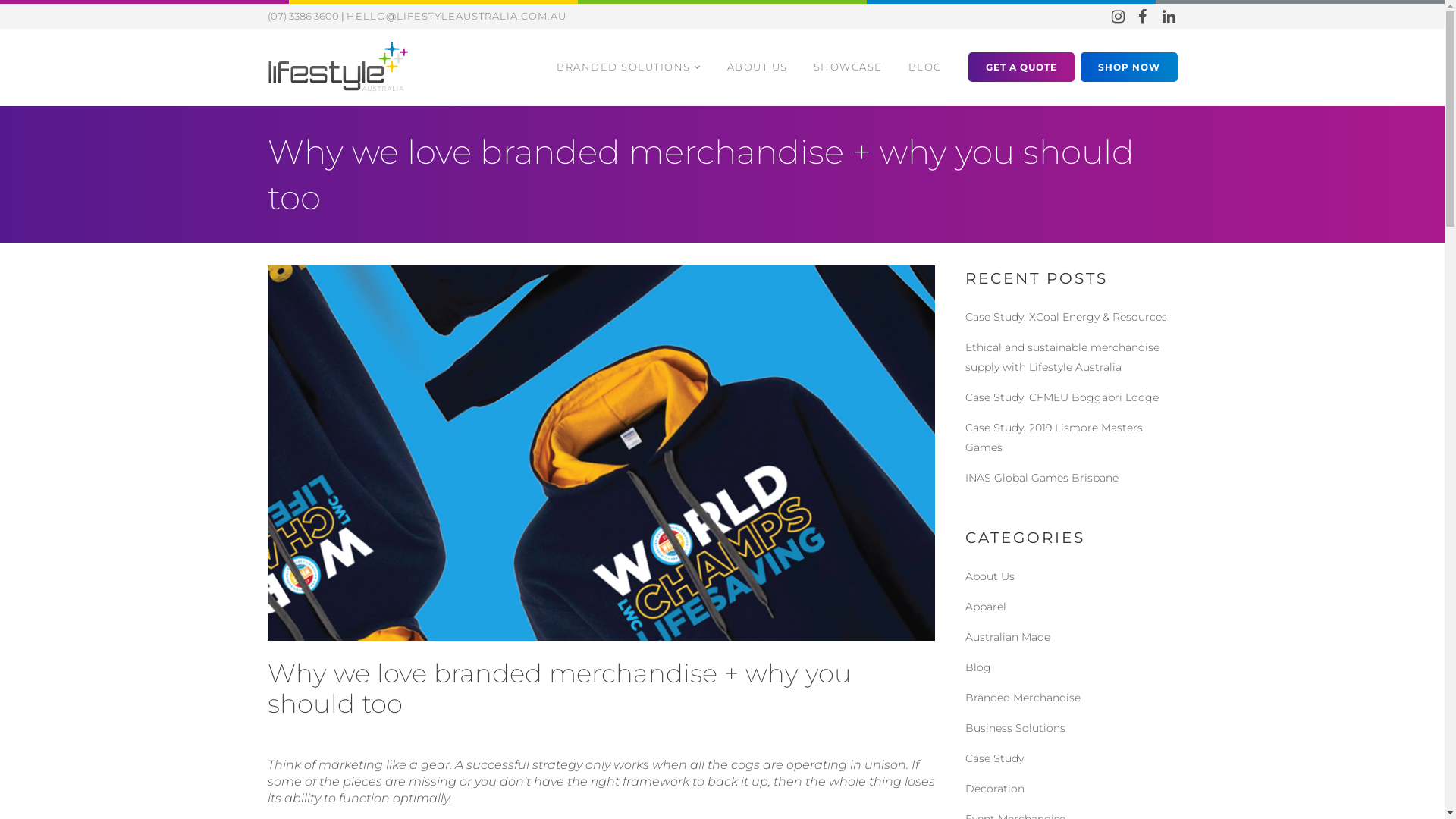 The height and width of the screenshot is (819, 1456). Describe the element at coordinates (1020, 65) in the screenshot. I see `'GET A QUOTE'` at that location.